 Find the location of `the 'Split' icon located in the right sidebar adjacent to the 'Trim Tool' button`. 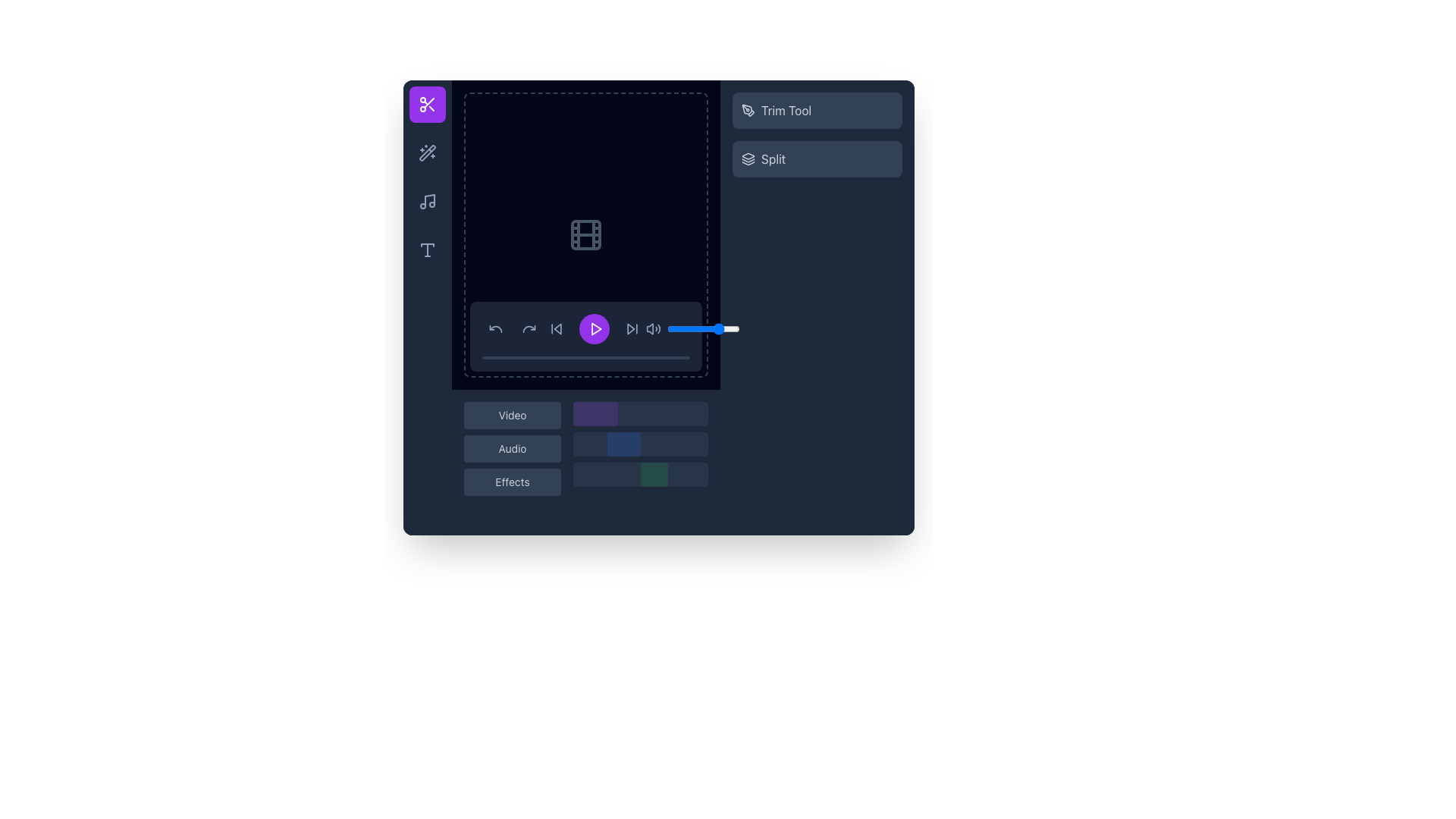

the 'Split' icon located in the right sidebar adjacent to the 'Trim Tool' button is located at coordinates (748, 158).